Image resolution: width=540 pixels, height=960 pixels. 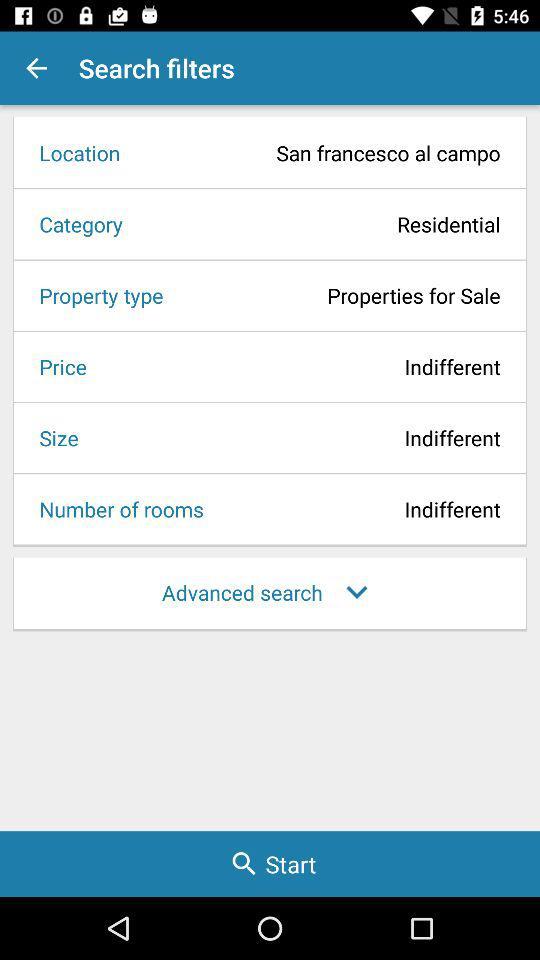 I want to click on icon above size icon, so click(x=56, y=365).